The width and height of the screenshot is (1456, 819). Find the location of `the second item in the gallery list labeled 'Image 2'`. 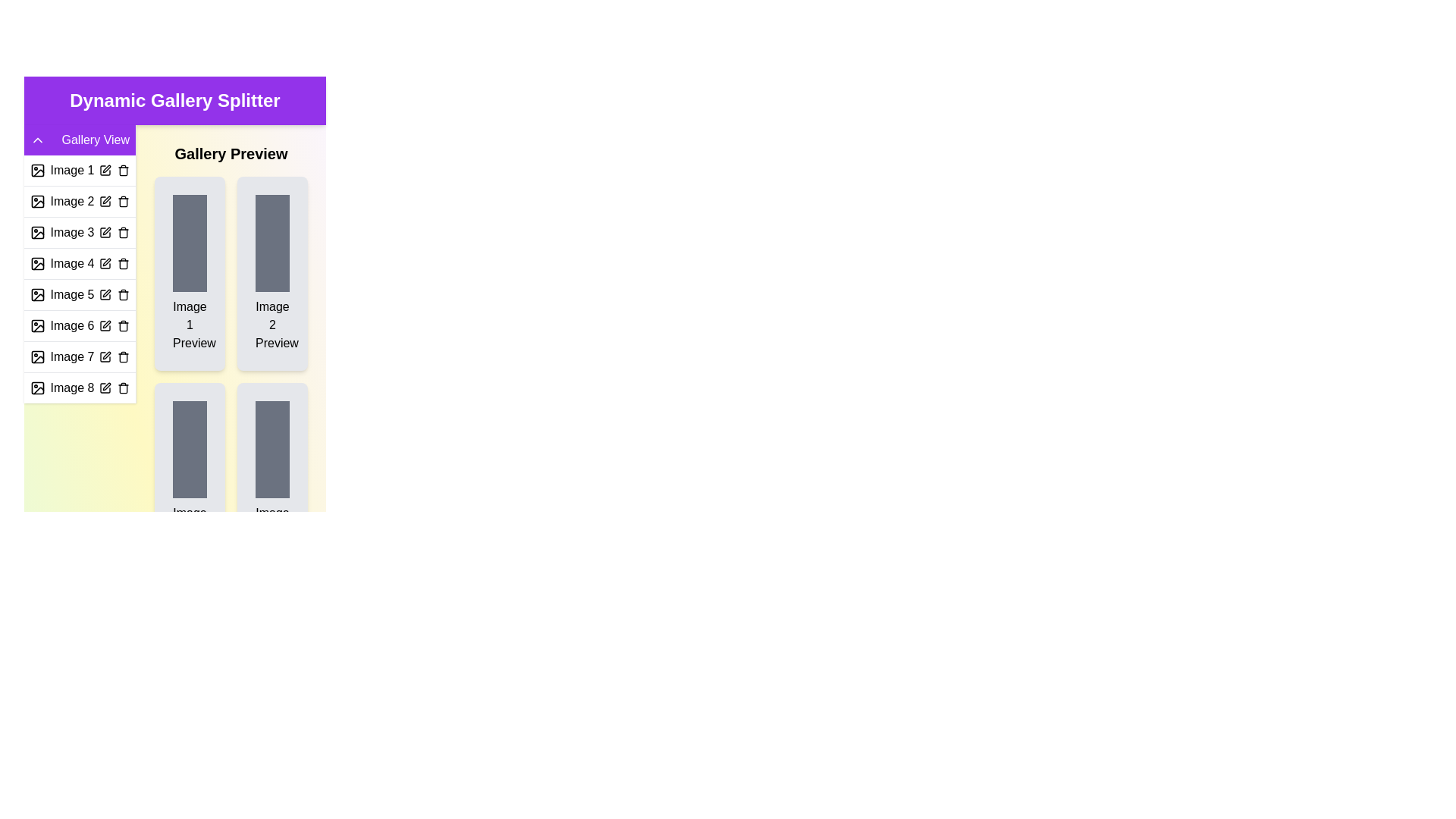

the second item in the gallery list labeled 'Image 2' is located at coordinates (79, 200).